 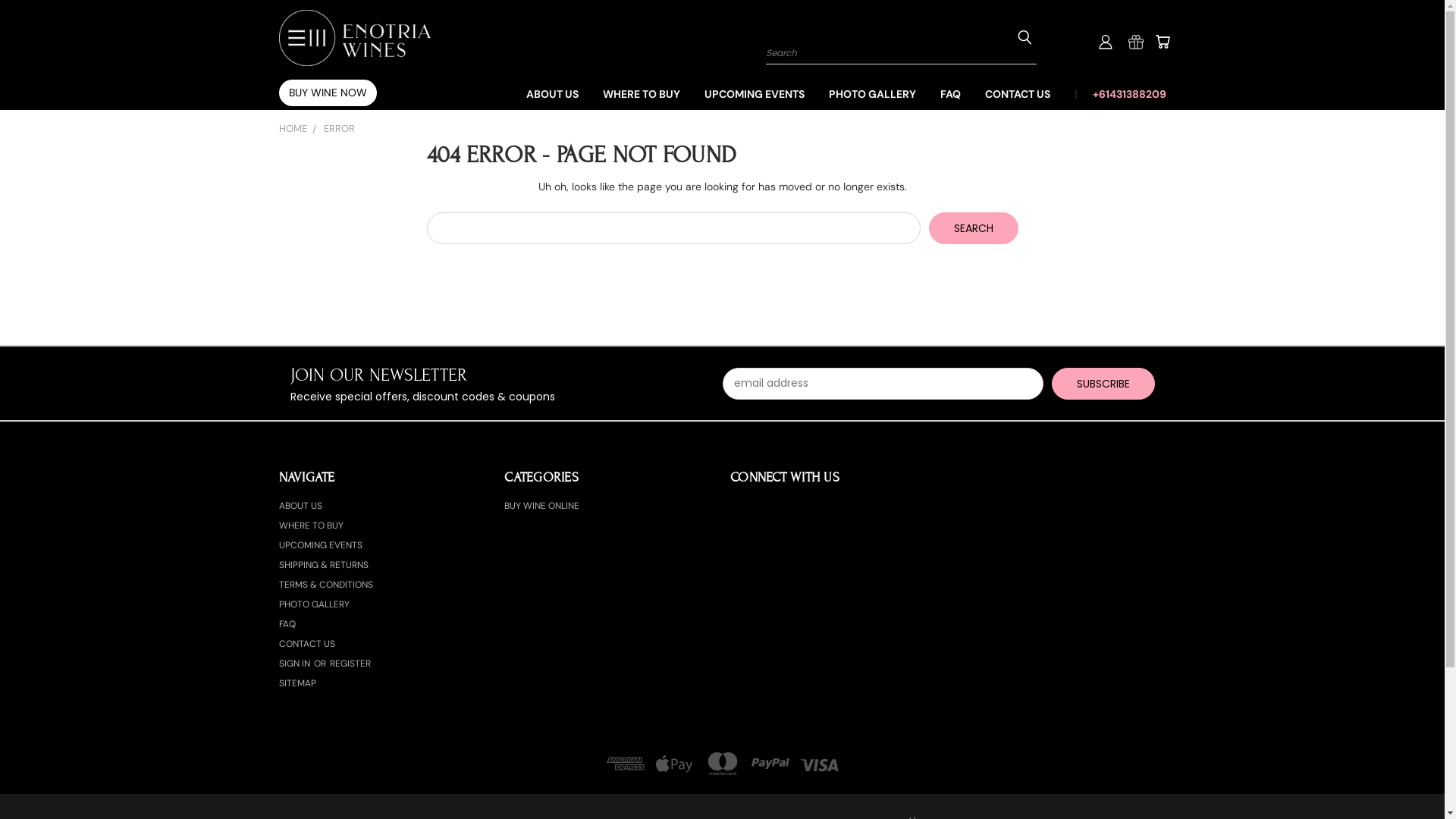 I want to click on 'Submit Search', so click(x=1024, y=36).